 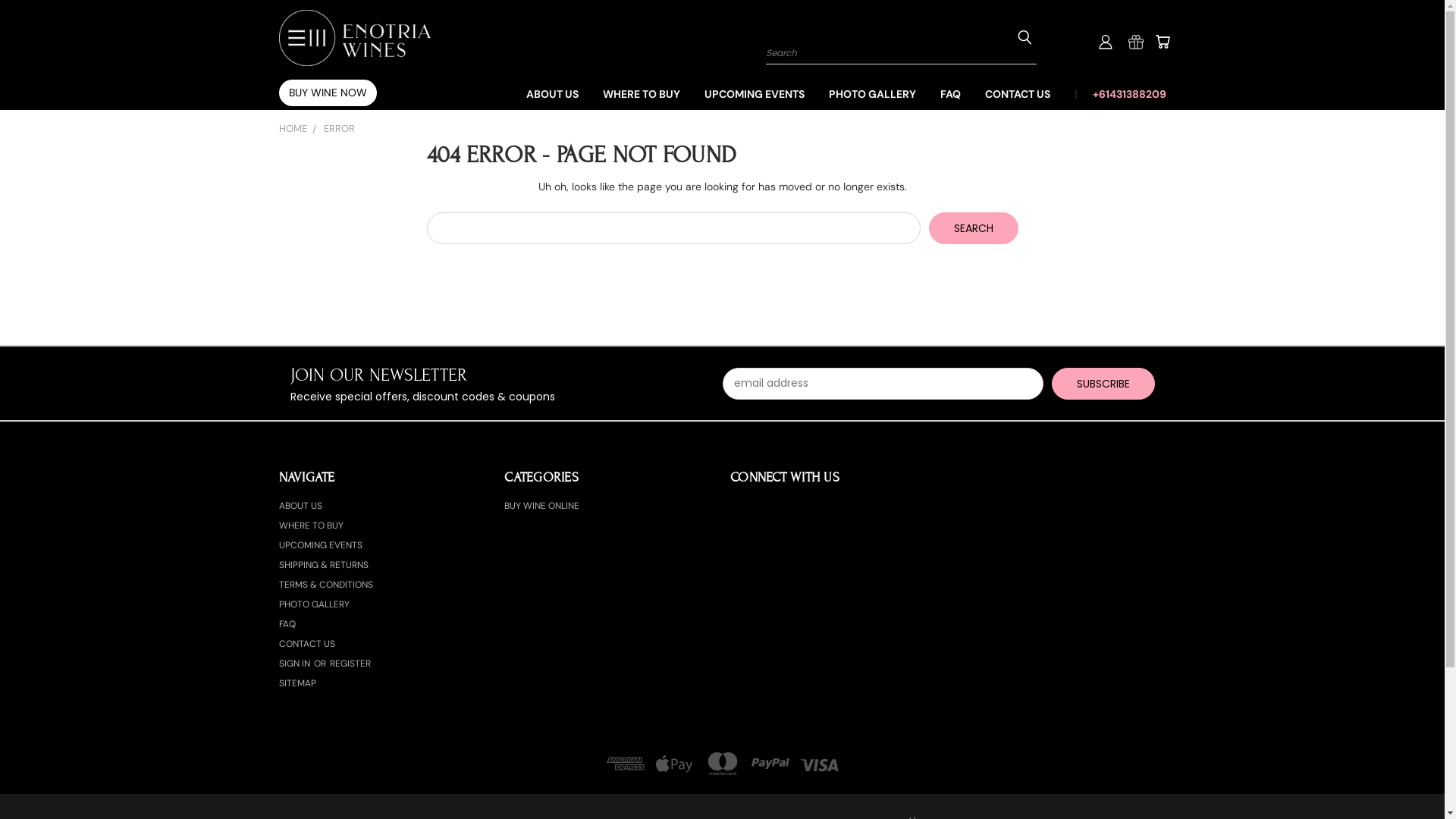 I want to click on 'Submit Search', so click(x=1024, y=36).